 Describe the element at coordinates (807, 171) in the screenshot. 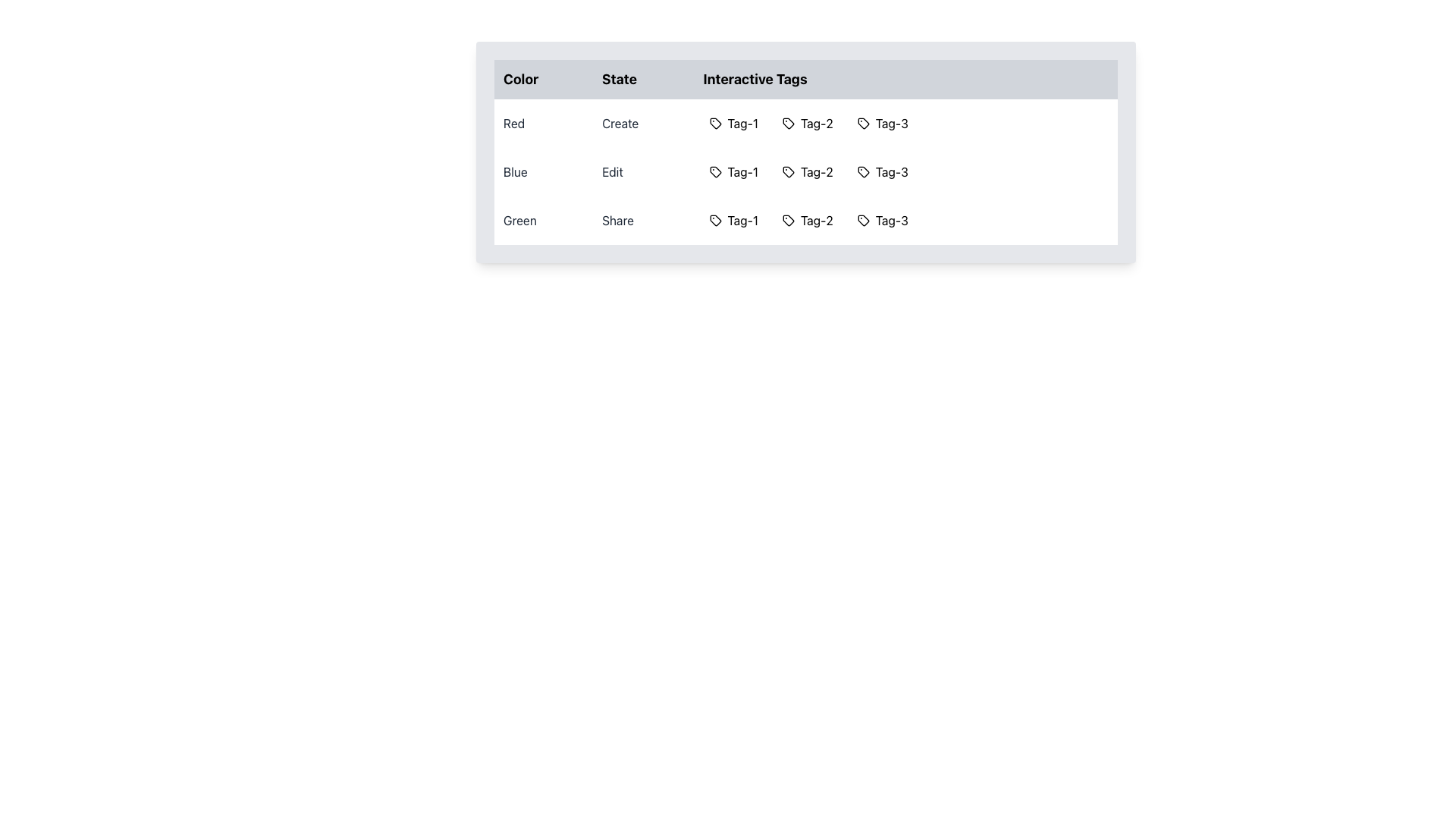

I see `the 'Tag-2' button, which is the second tag in the 'Interactive Tags' column of the row labeled 'Blue' in the table` at that location.